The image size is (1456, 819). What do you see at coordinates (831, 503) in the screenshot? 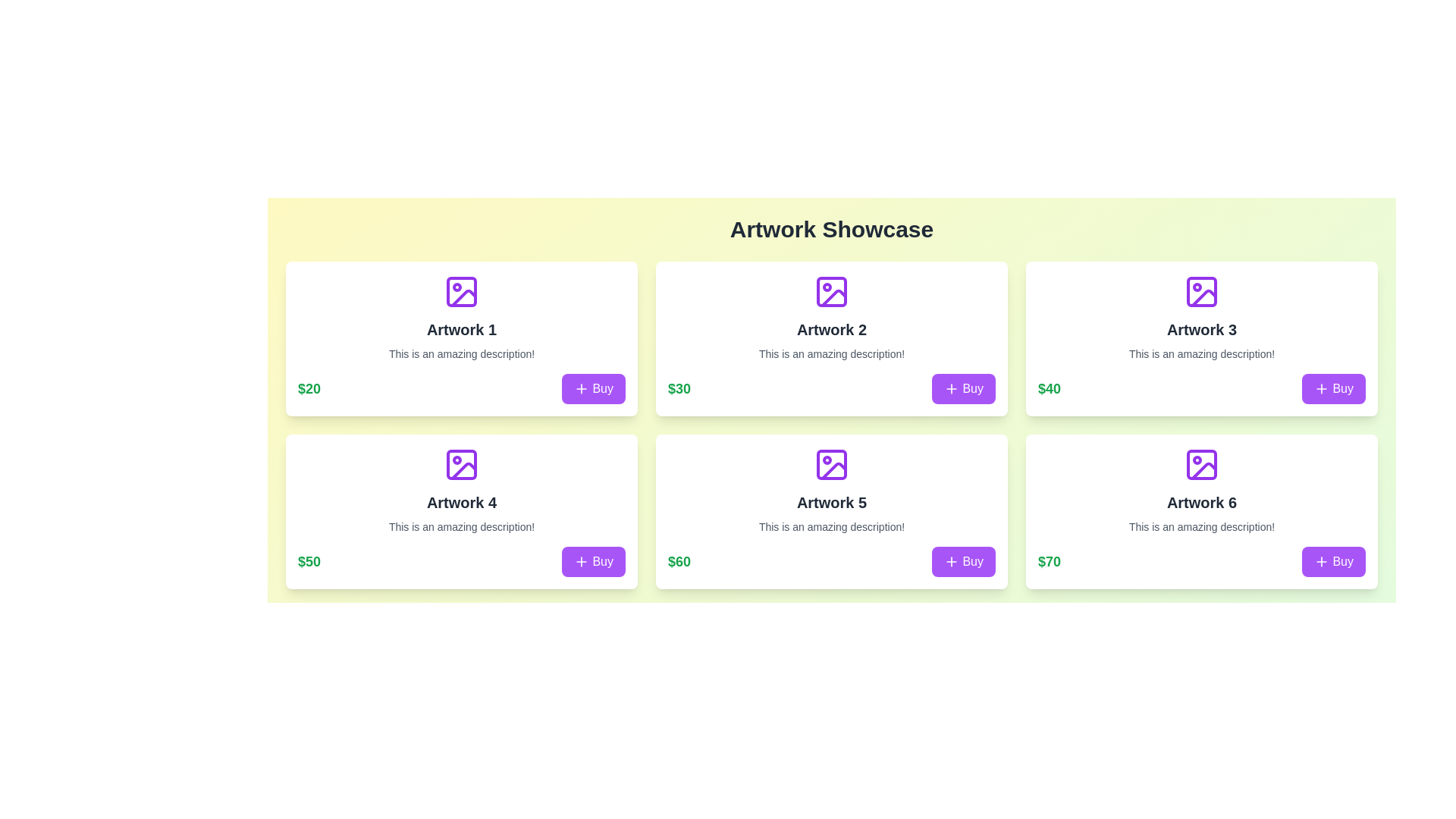
I see `the text label that reads 'Artwork 5', which is bold and extra-large, located in the bottom middle cell of a grid layout` at bounding box center [831, 503].